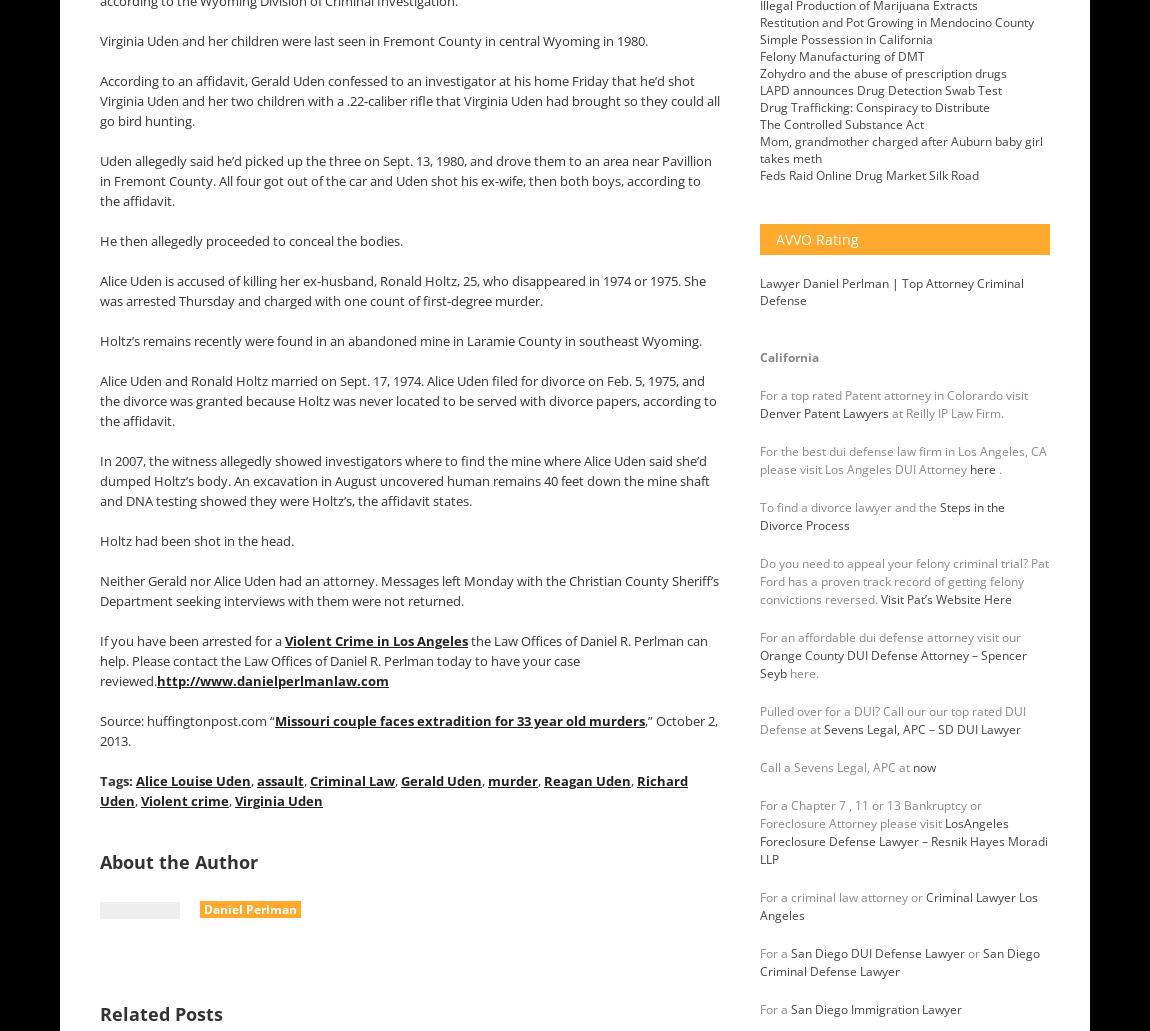 This screenshot has height=1031, width=1150. I want to click on 'For an affordable dui defense attorney visit our', so click(890, 637).